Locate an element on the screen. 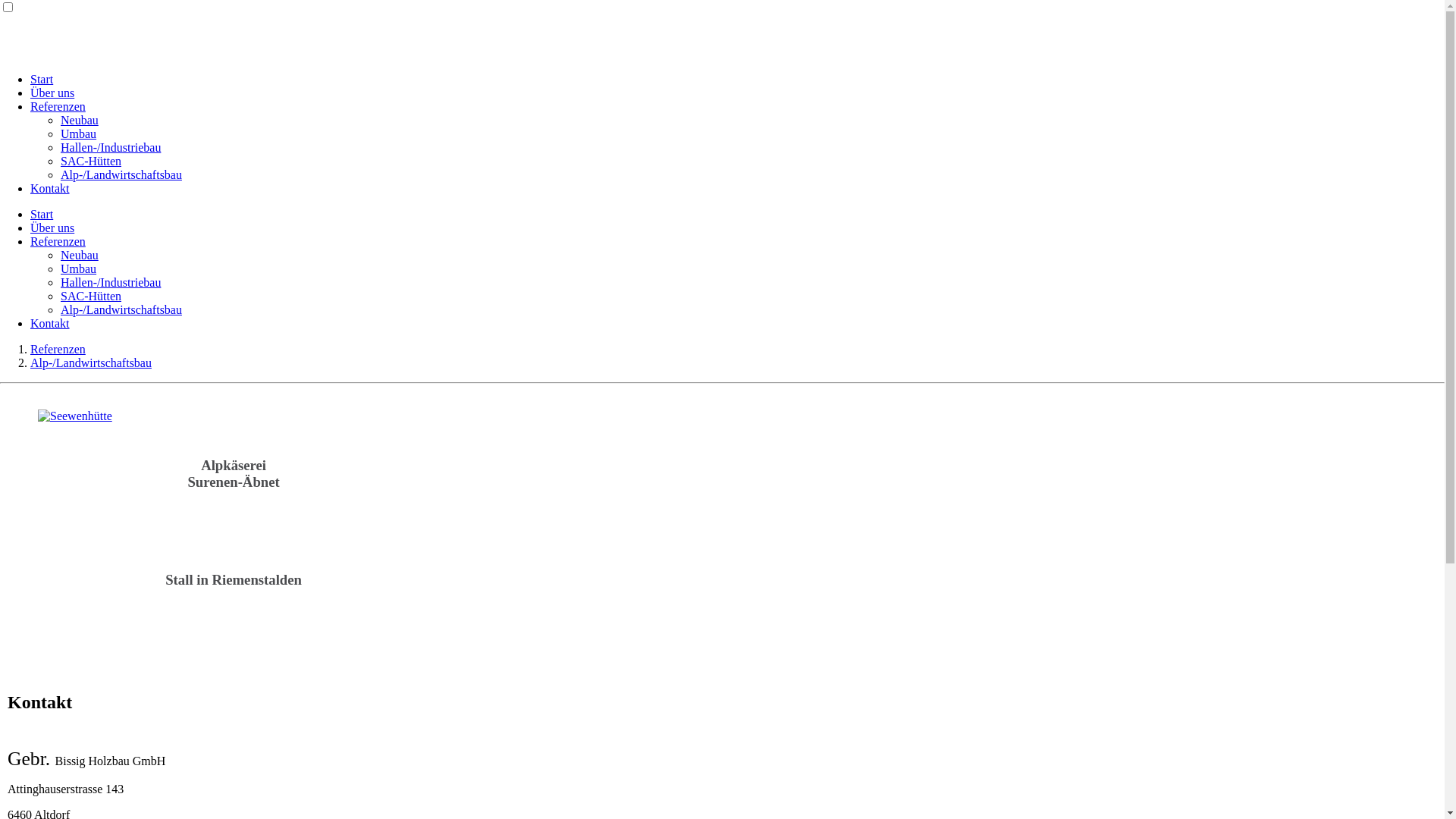  'Neubau' is located at coordinates (79, 254).